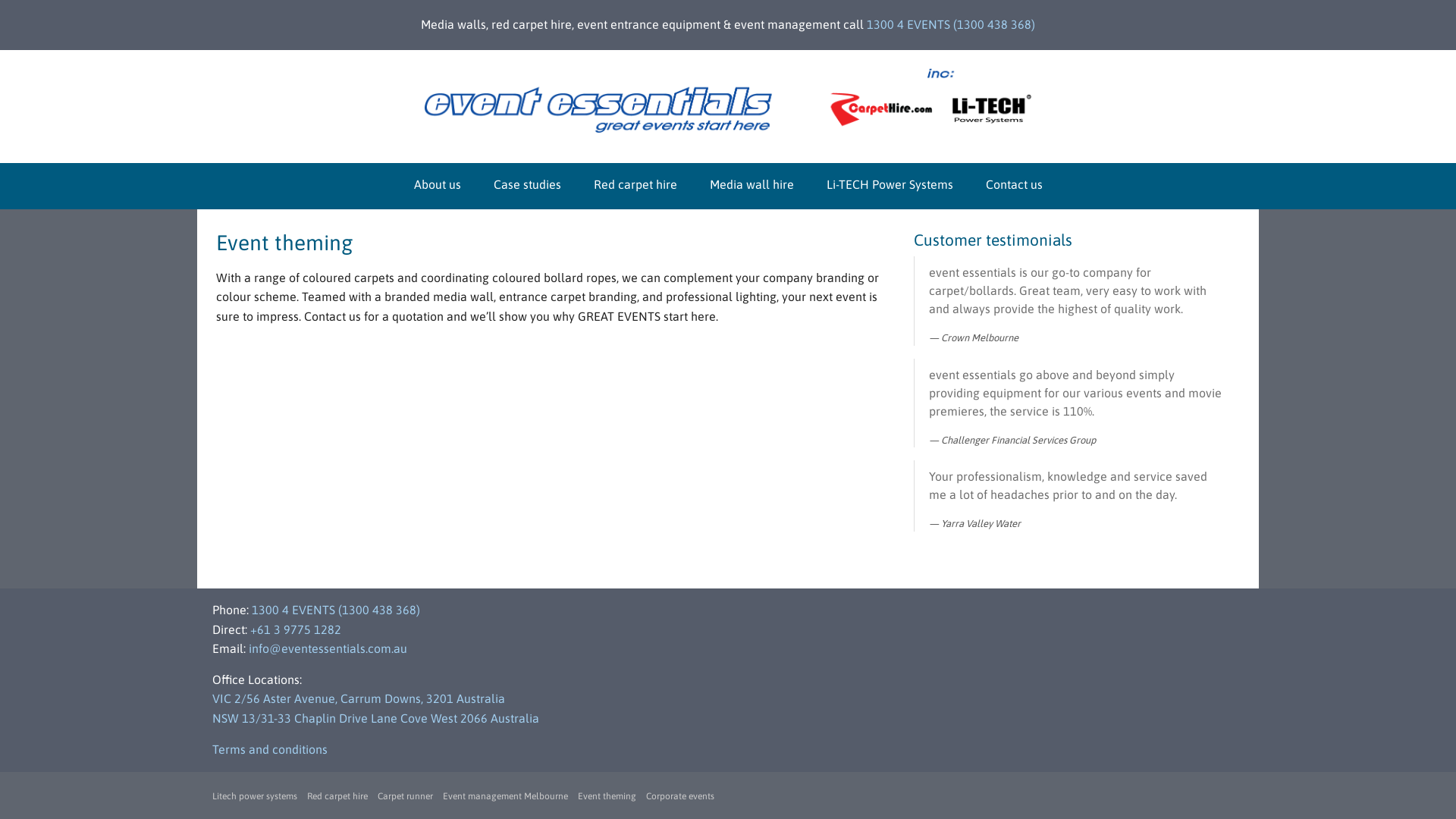 The height and width of the screenshot is (819, 1456). Describe the element at coordinates (269, 748) in the screenshot. I see `'Terms and conditions'` at that location.